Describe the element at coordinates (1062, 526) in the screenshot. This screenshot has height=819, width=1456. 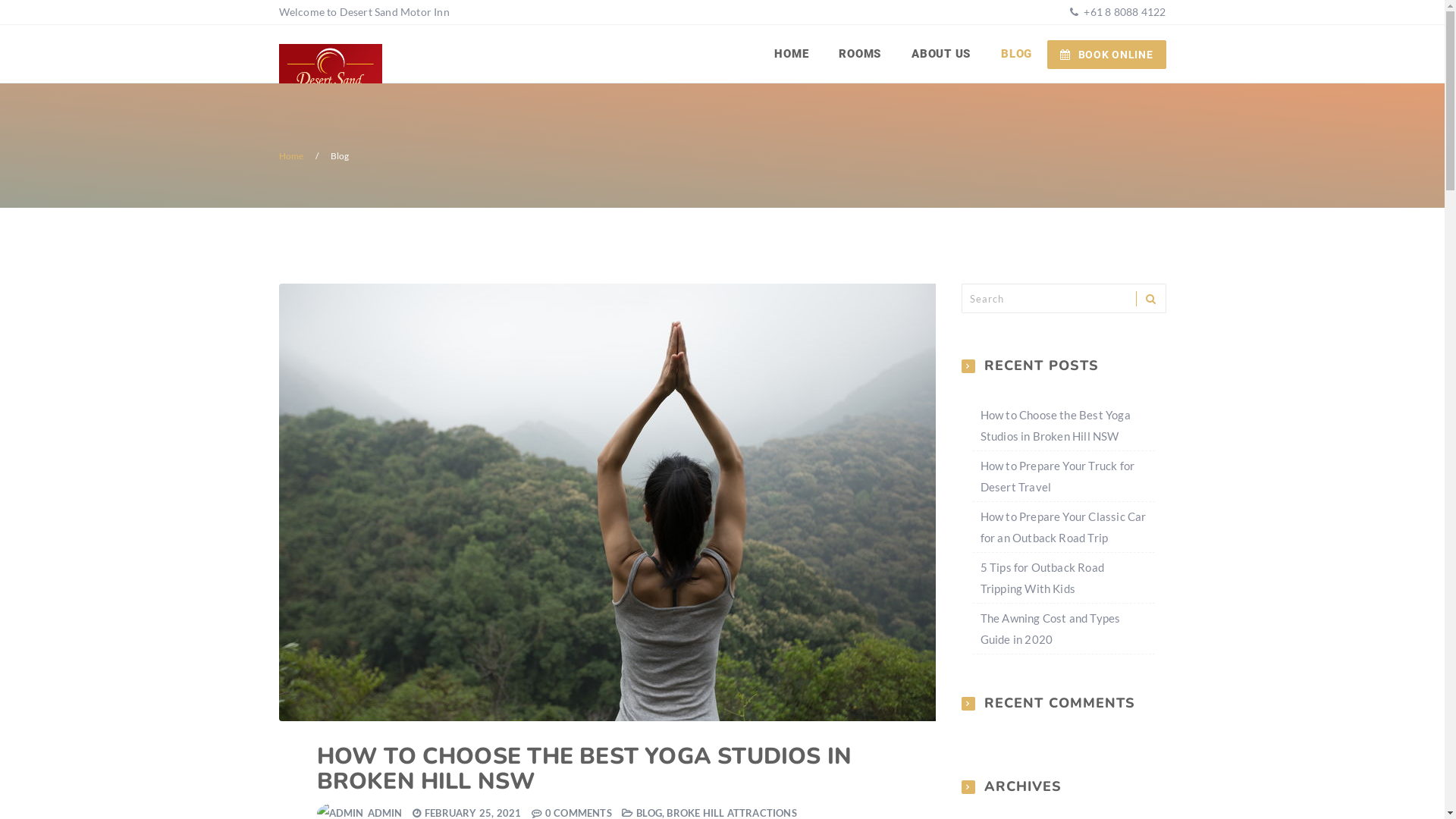
I see `'How to Prepare Your Classic Car for an Outback Road Trip'` at that location.